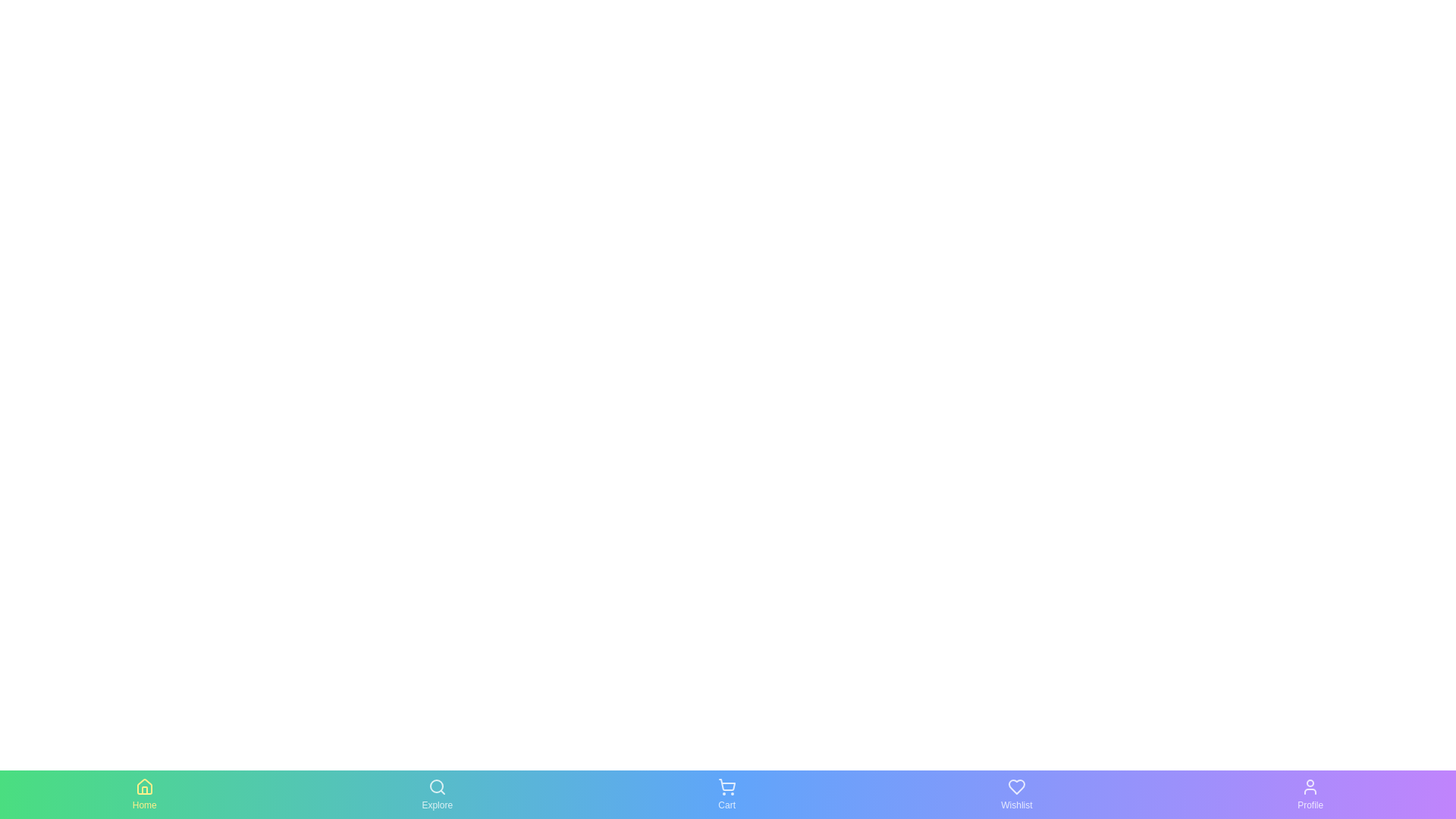  I want to click on the Wishlist tab by clicking on it, so click(1016, 794).